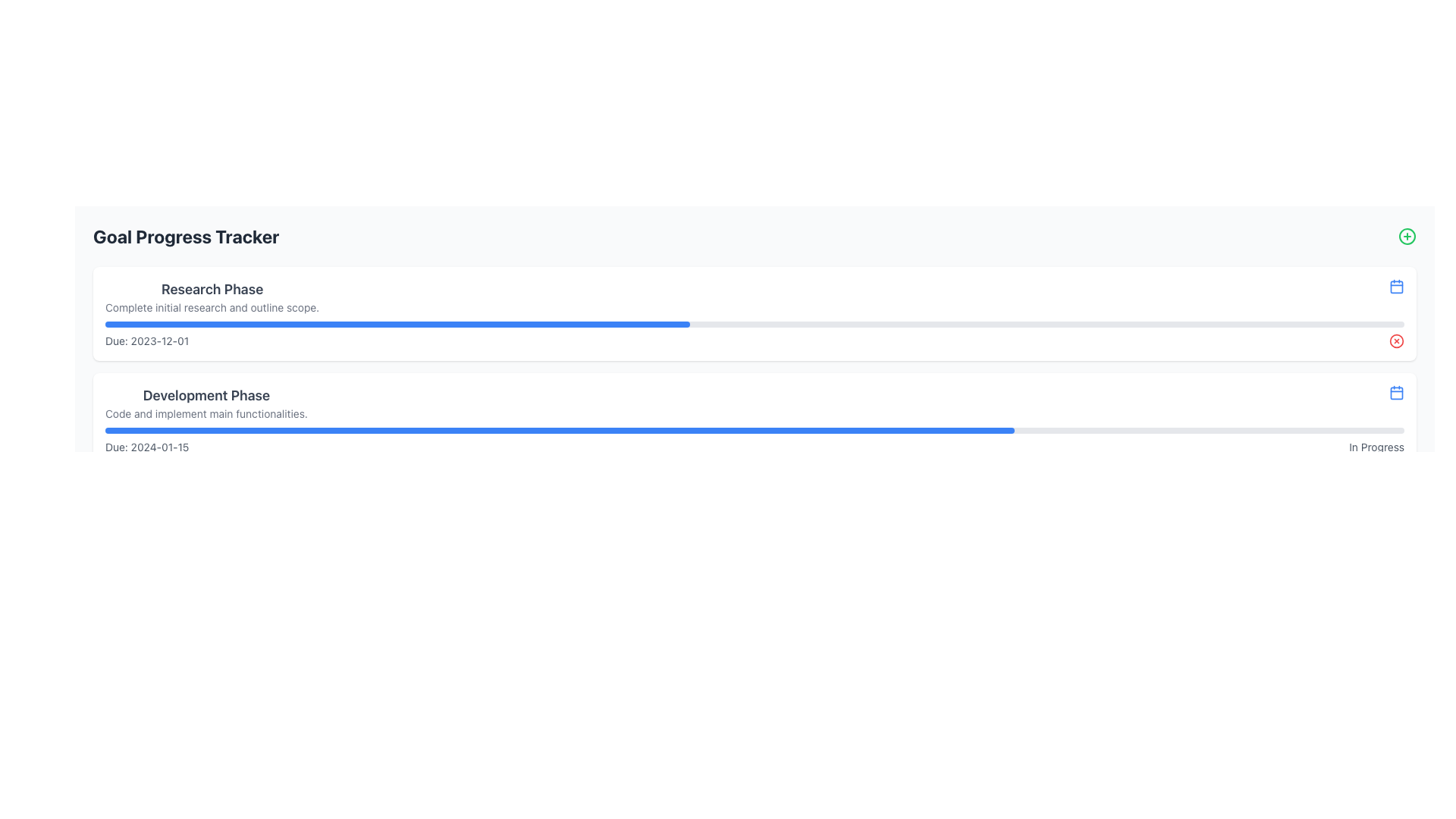 The width and height of the screenshot is (1456, 819). What do you see at coordinates (755, 324) in the screenshot?
I see `the horizontal progress bar located in the Research Phase section, which is visually represented with a light gray background and a blue-filled portion indicating 45% progress` at bounding box center [755, 324].